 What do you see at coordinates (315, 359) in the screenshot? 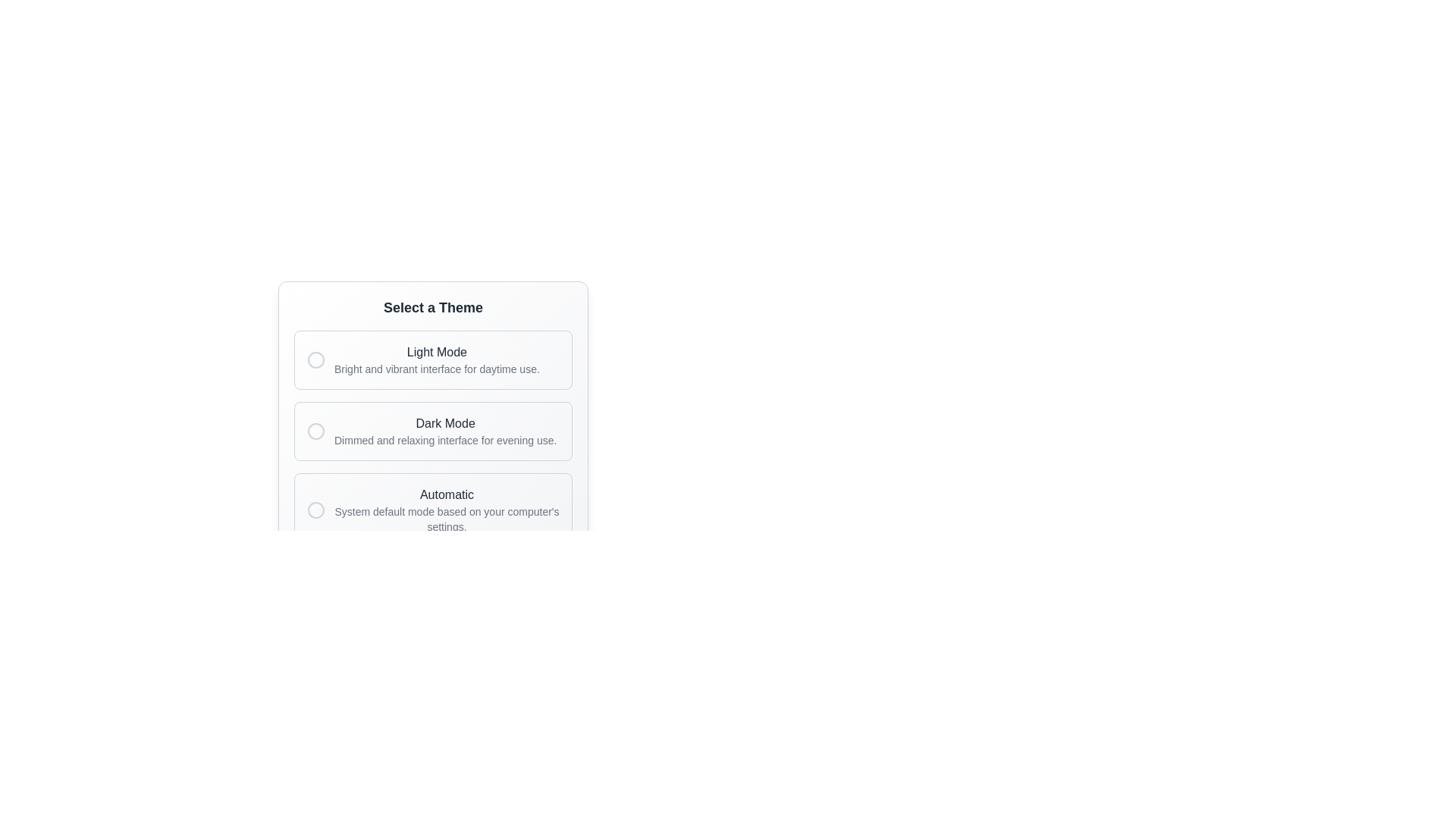
I see `the radio button` at bounding box center [315, 359].